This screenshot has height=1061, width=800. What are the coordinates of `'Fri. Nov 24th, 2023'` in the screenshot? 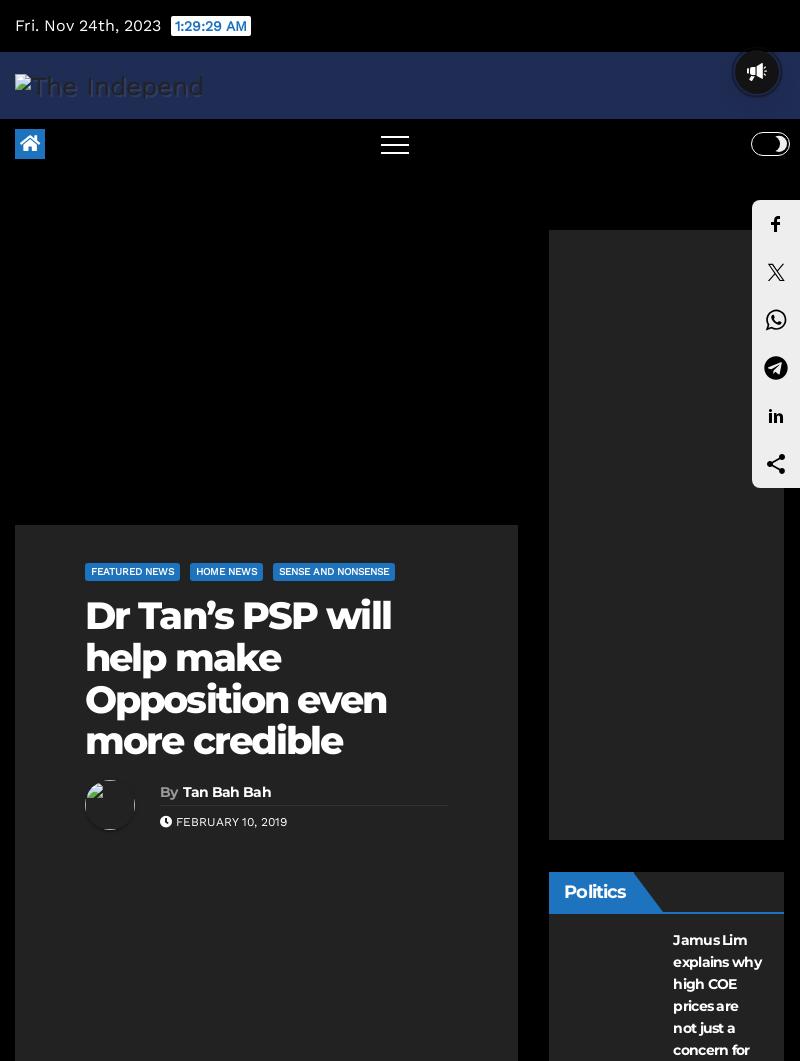 It's located at (90, 25).